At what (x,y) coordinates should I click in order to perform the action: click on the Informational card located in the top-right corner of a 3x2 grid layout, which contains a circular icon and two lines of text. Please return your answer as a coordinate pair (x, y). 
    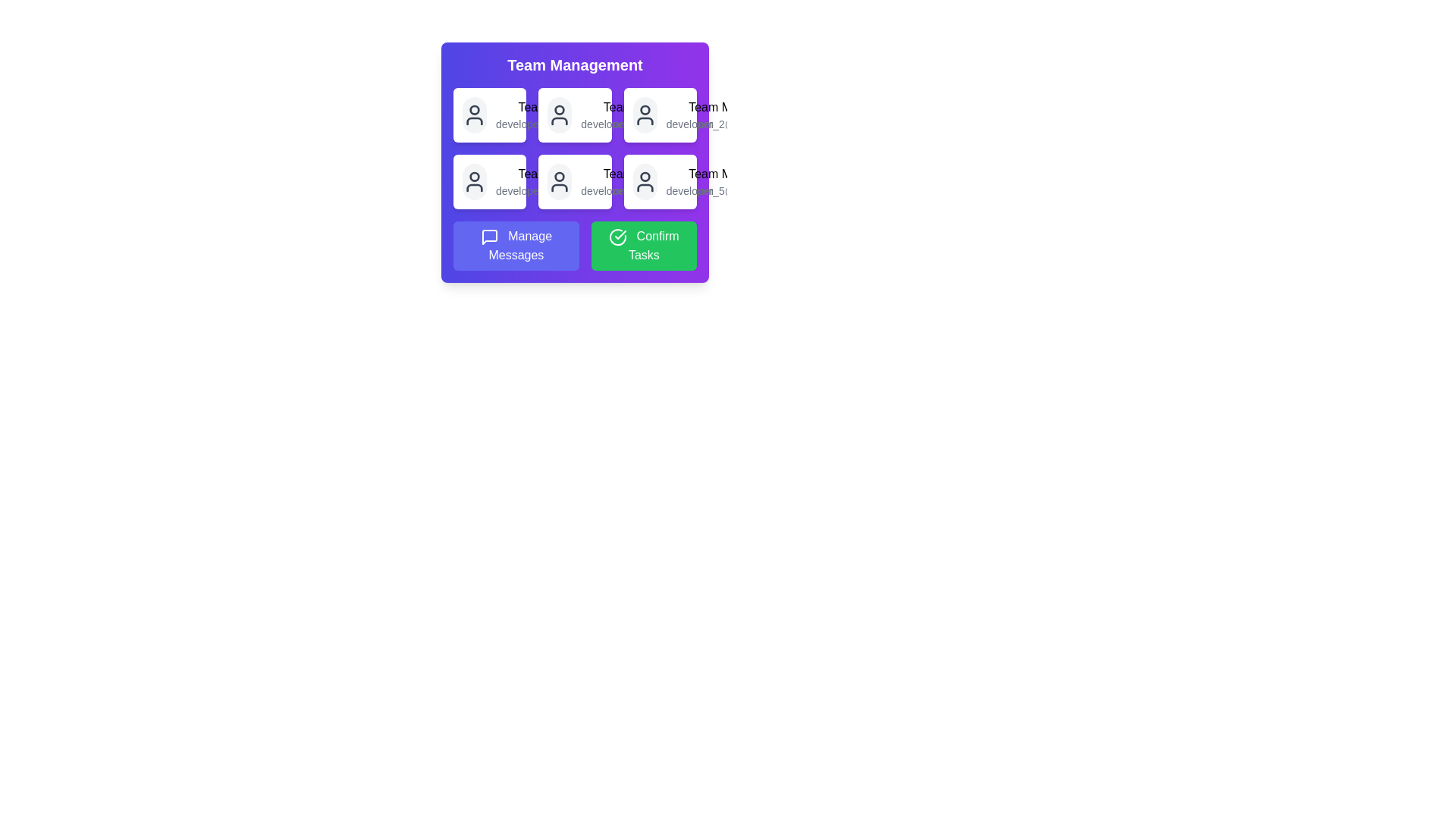
    Looking at the image, I should click on (660, 114).